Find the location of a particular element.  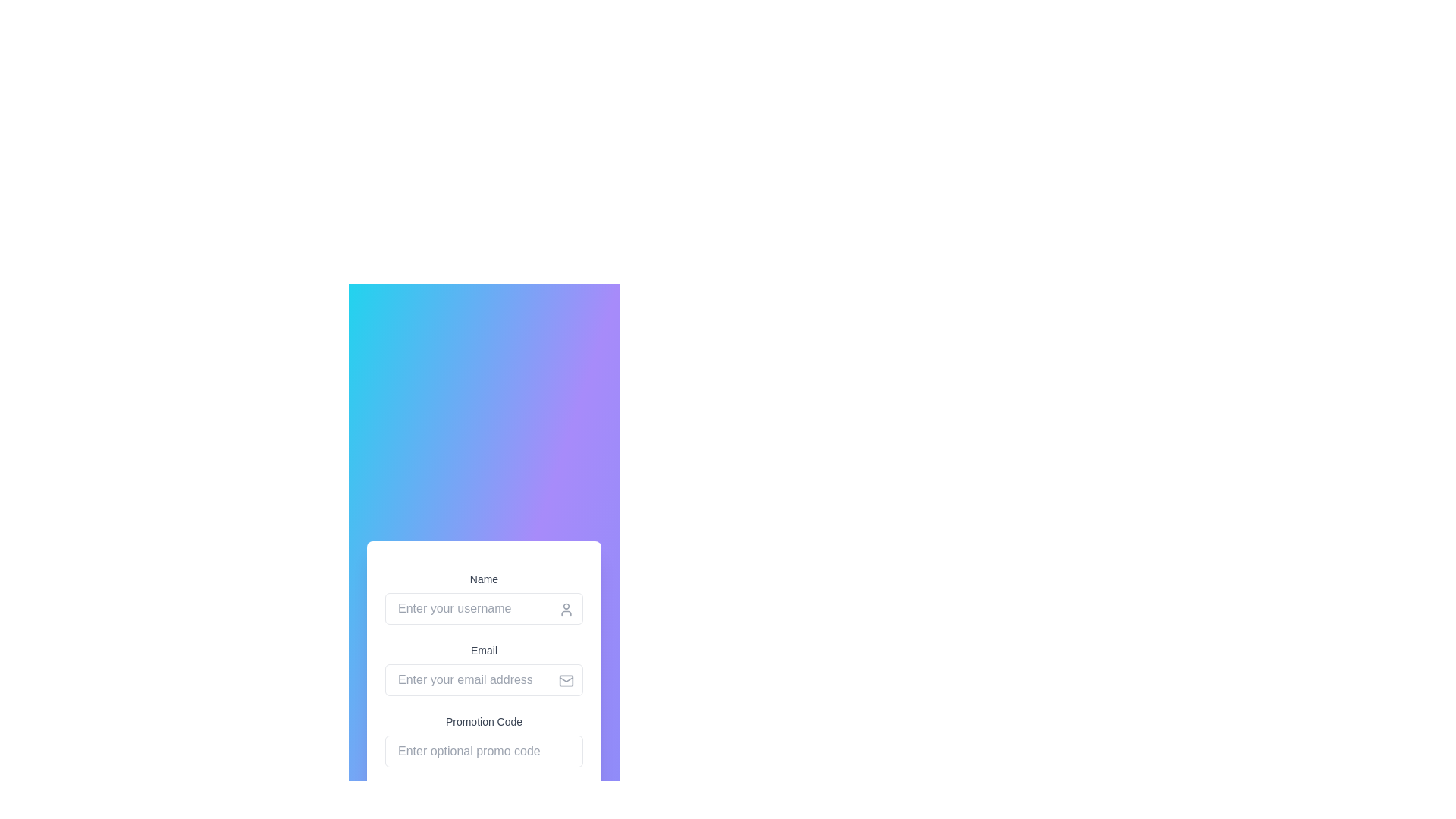

the text input field labeled 'Promotion Code' by using the tab key to focus on it is located at coordinates (483, 752).